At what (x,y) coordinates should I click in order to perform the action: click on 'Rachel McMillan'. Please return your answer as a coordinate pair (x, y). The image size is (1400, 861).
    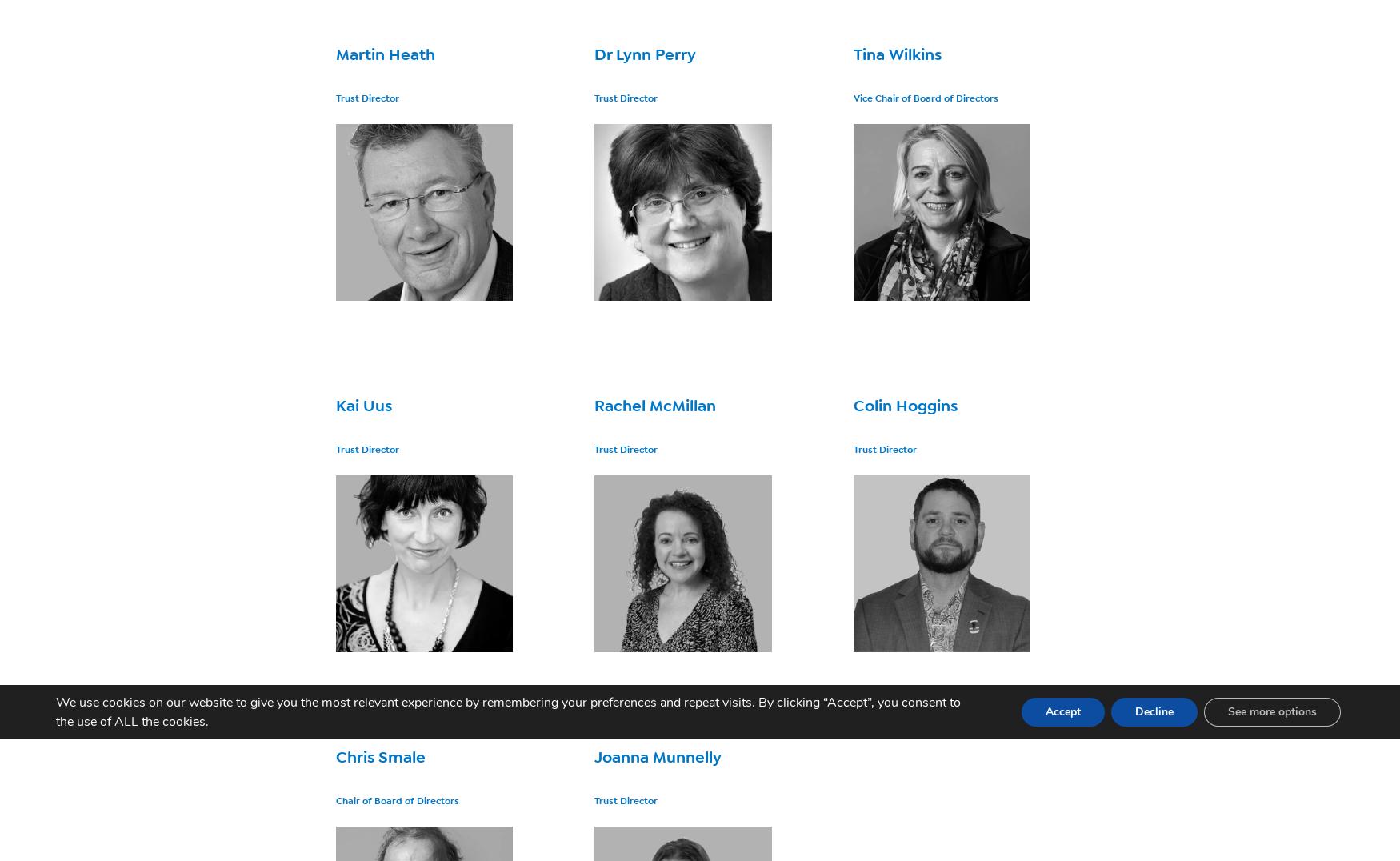
    Looking at the image, I should click on (655, 406).